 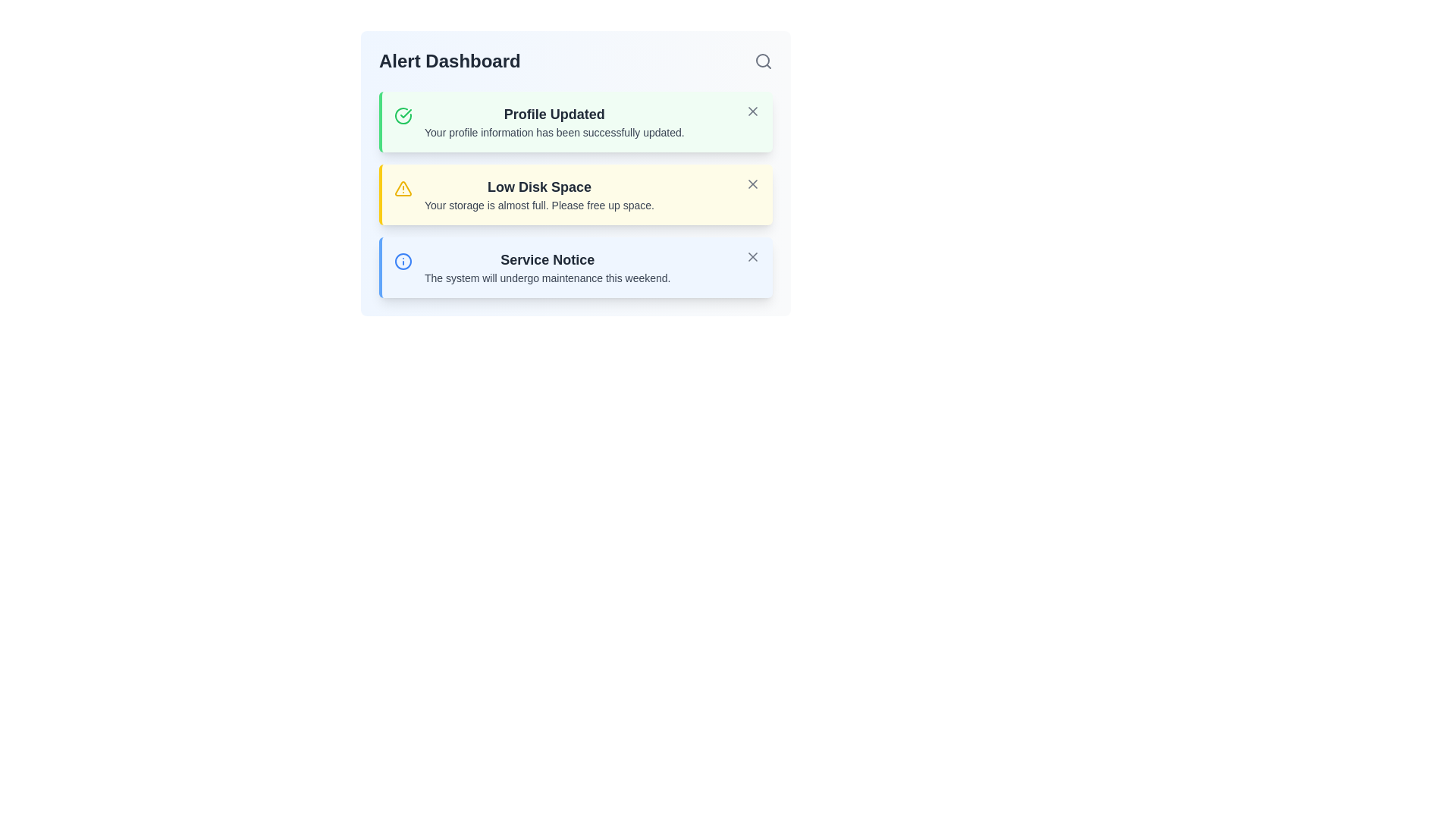 I want to click on the small gray 'X' button at the top-right corner of the 'Service Notice' notification card, so click(x=753, y=256).